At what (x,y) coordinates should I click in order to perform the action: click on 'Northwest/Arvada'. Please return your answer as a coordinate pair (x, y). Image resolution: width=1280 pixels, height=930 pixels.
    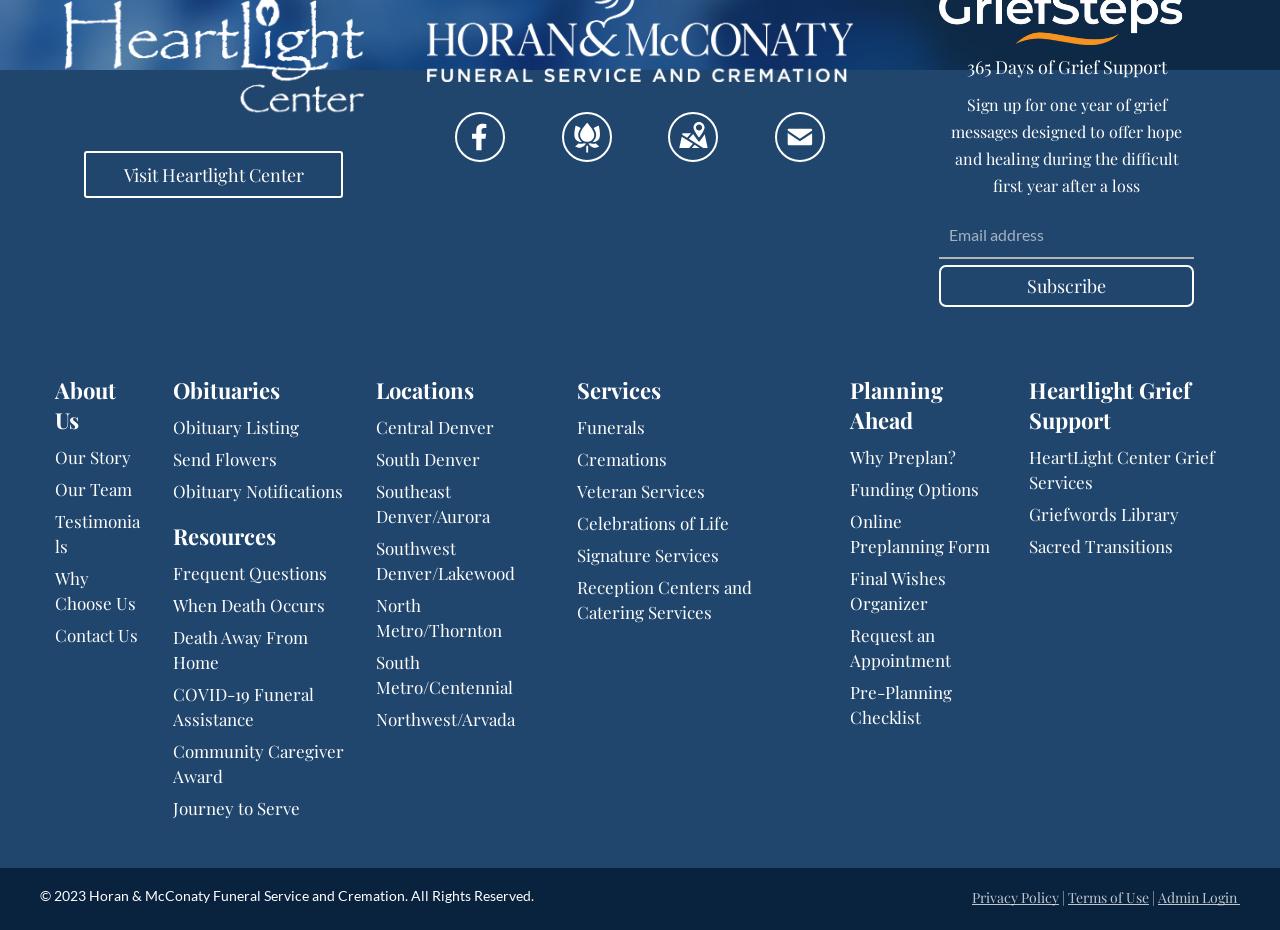
    Looking at the image, I should click on (375, 718).